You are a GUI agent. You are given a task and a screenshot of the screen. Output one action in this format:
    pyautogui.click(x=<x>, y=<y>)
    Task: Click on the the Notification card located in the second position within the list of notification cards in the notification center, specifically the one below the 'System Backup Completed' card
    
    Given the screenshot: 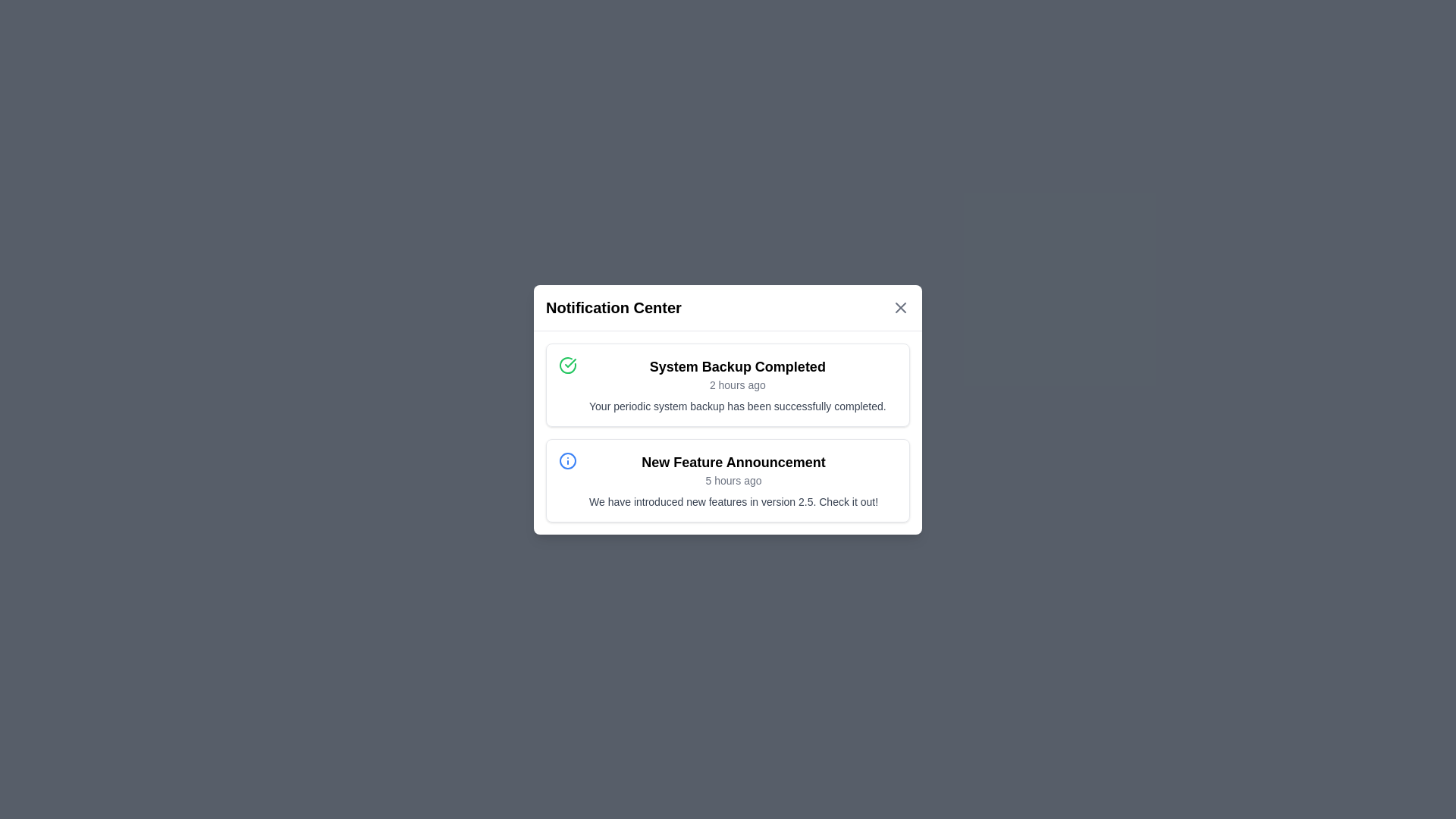 What is the action you would take?
    pyautogui.click(x=728, y=480)
    